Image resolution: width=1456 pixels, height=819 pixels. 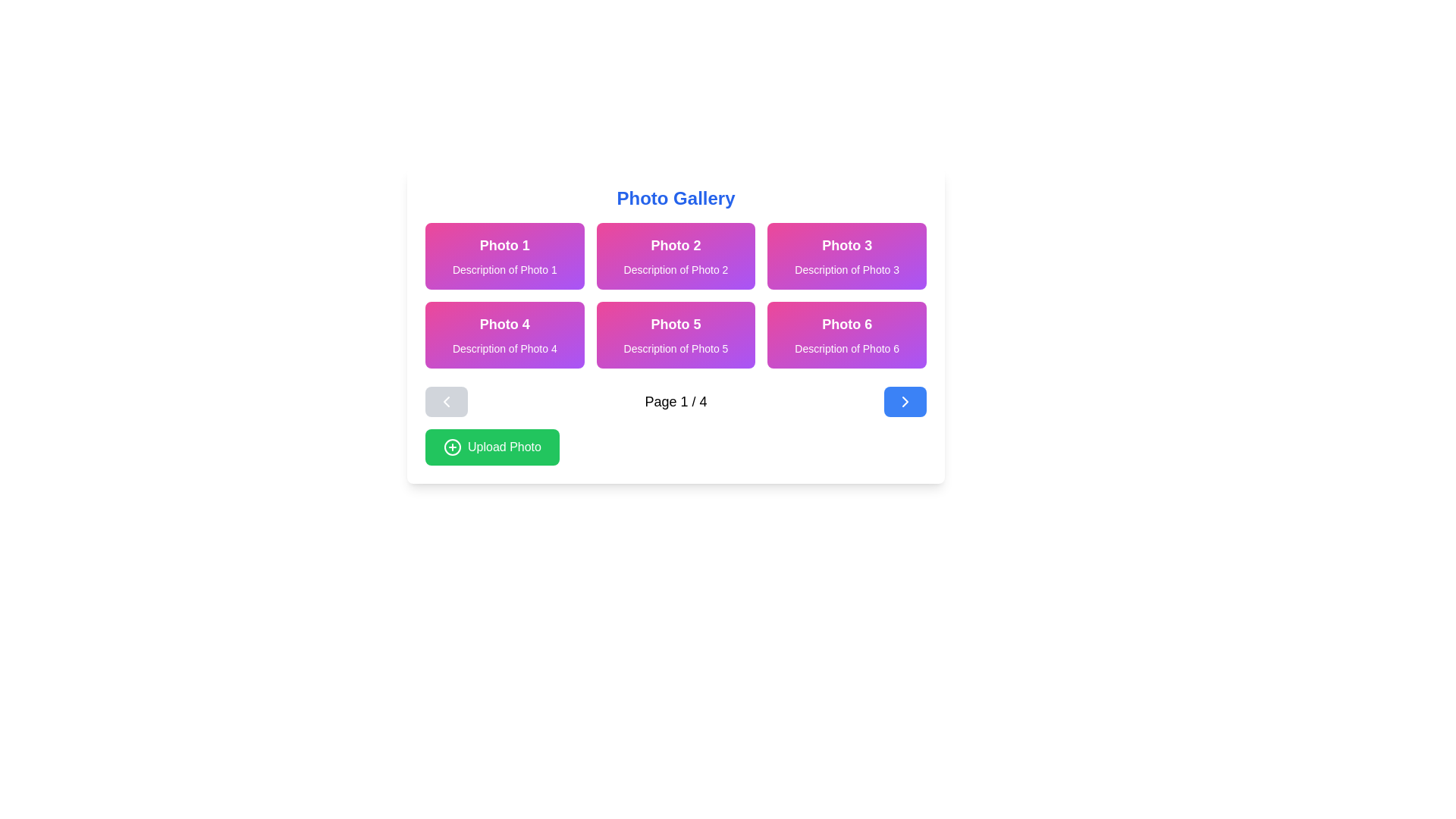 What do you see at coordinates (675, 295) in the screenshot?
I see `keyboard navigation` at bounding box center [675, 295].